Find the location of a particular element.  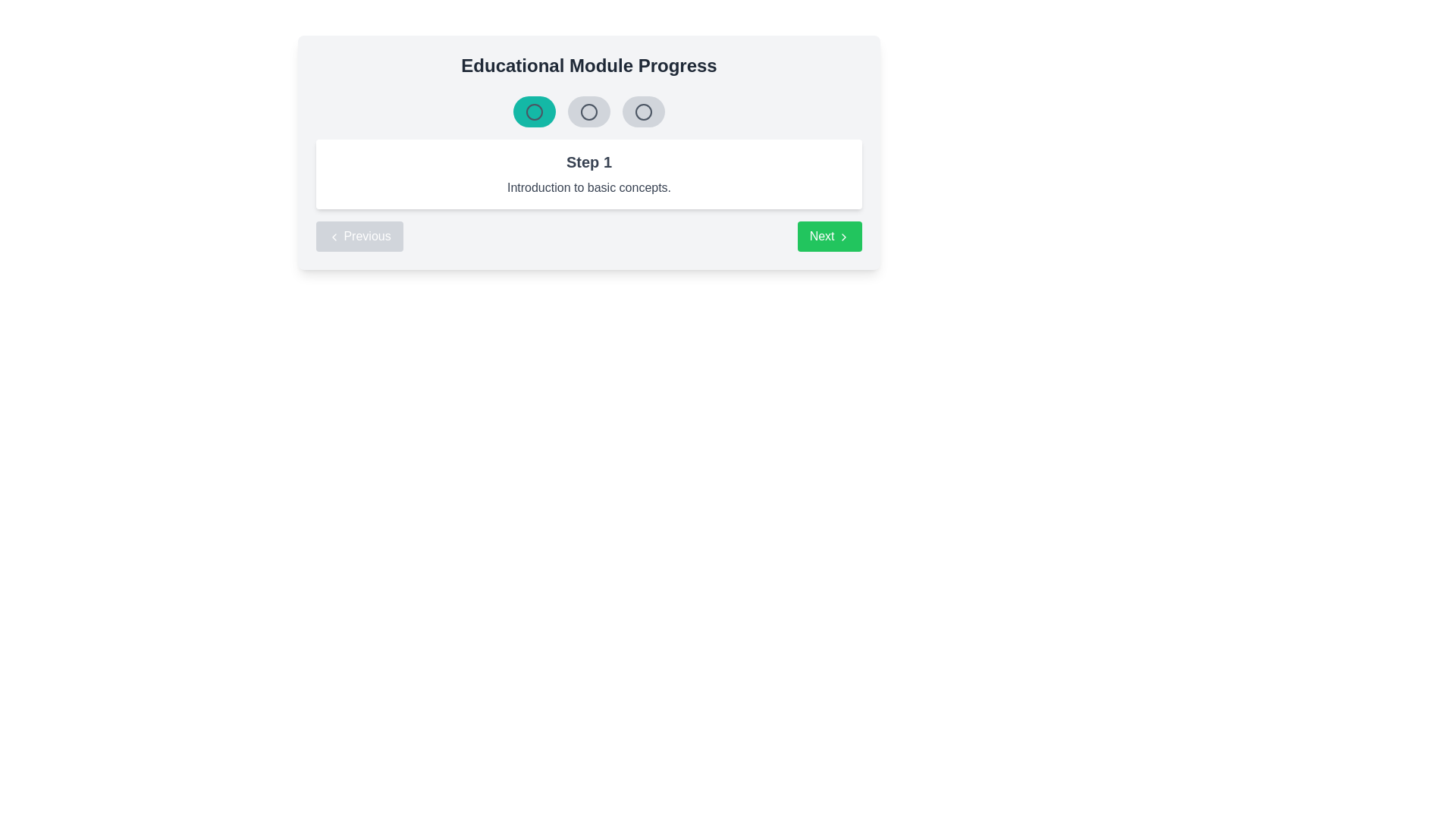

the middle vector graphic circle in the progress indicator row is located at coordinates (588, 111).